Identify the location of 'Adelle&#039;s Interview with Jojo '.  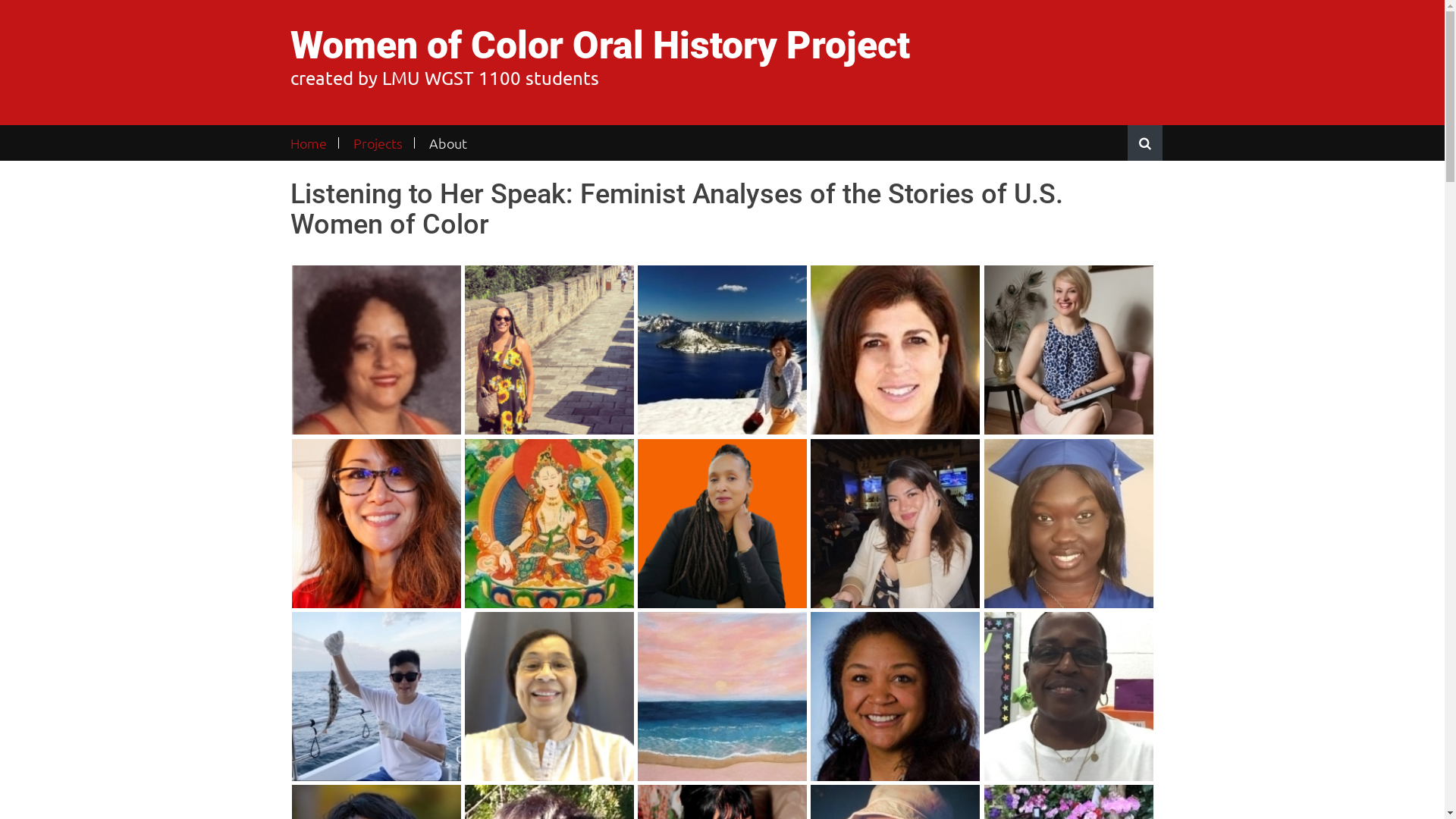
(375, 696).